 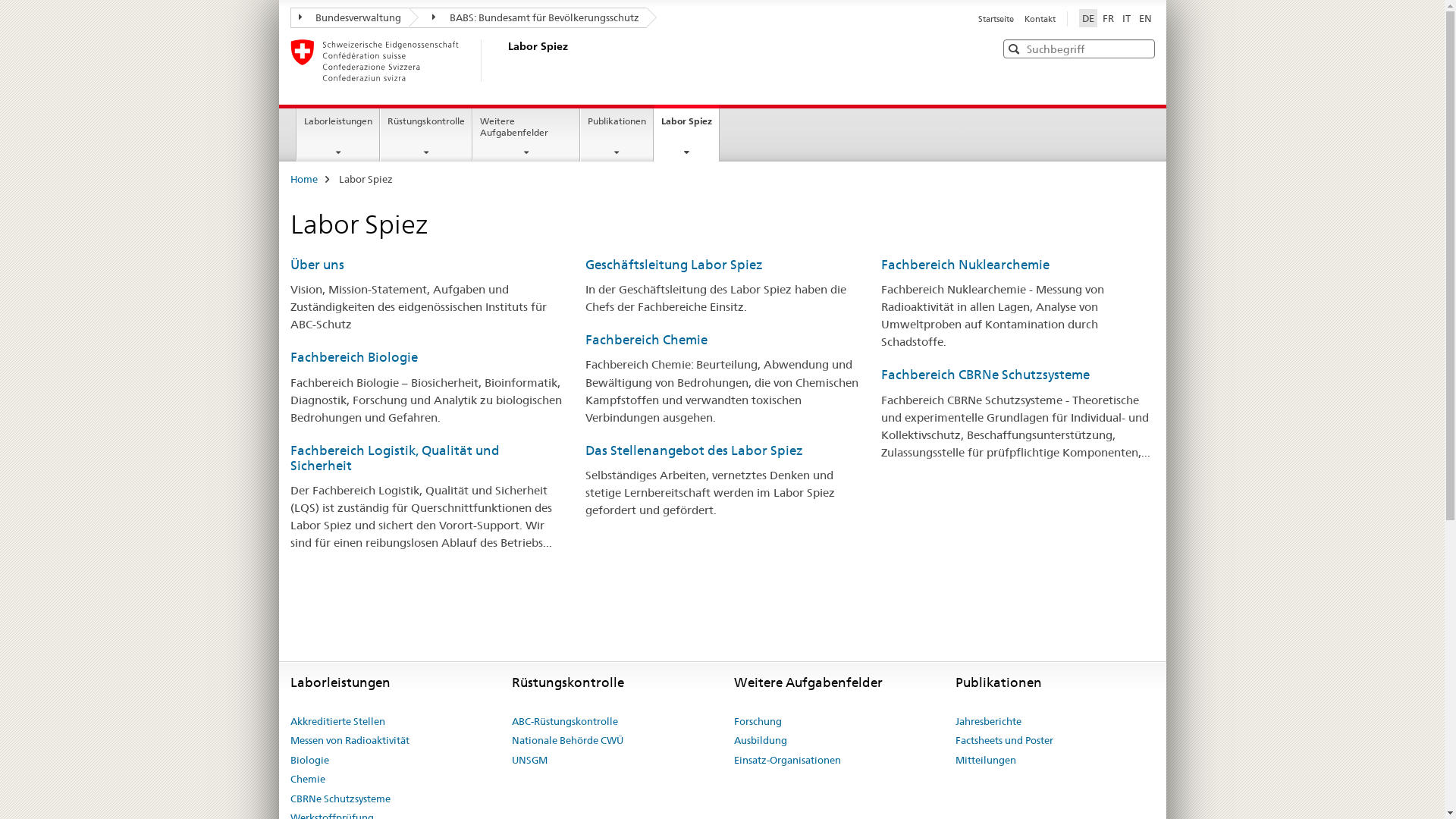 What do you see at coordinates (1145, 17) in the screenshot?
I see `'EN'` at bounding box center [1145, 17].